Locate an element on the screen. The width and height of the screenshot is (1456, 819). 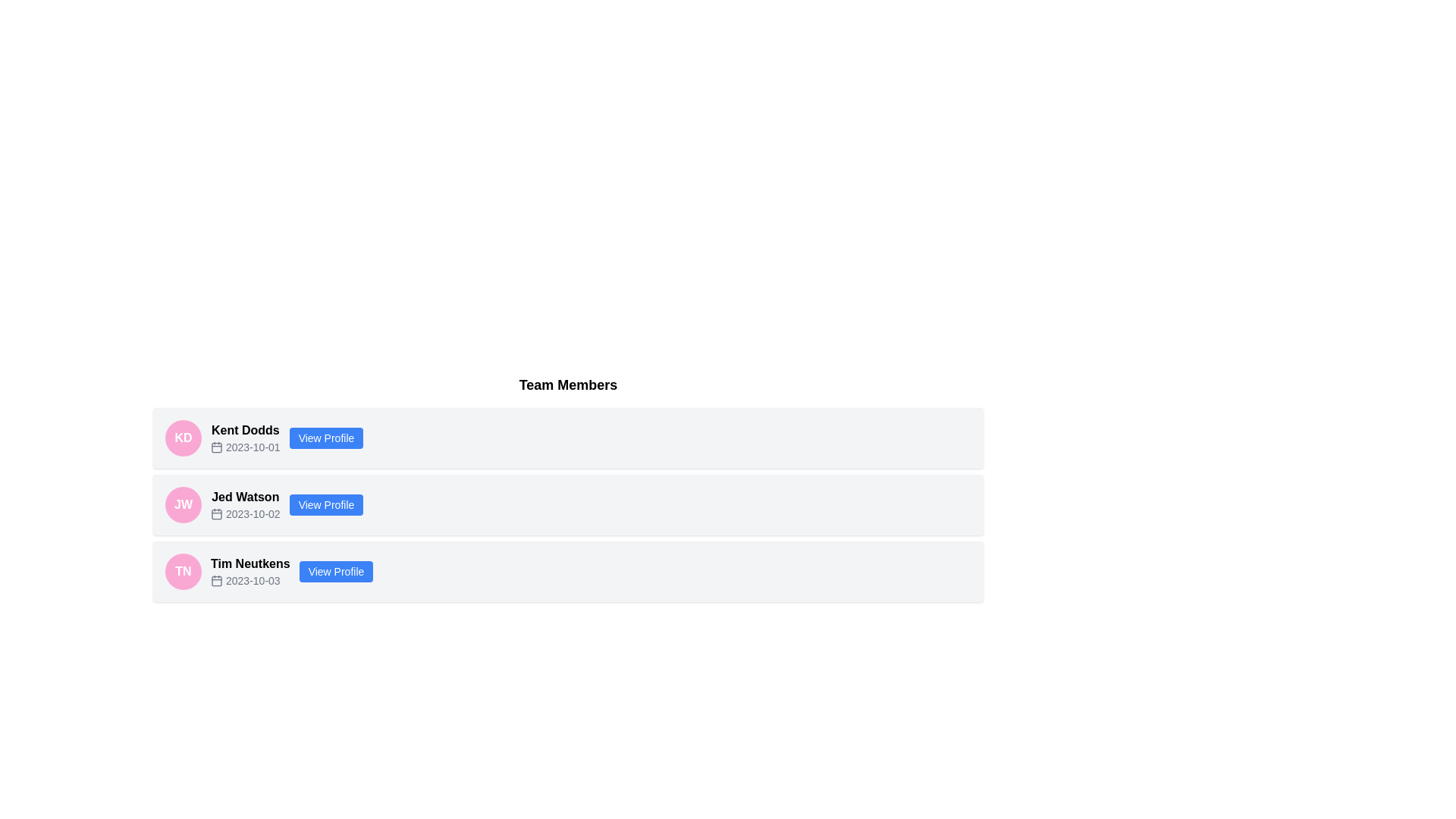
date text '2023-10-03' displayed next to the calendar icon in the profile card for 'Tim Neutkens' is located at coordinates (250, 580).